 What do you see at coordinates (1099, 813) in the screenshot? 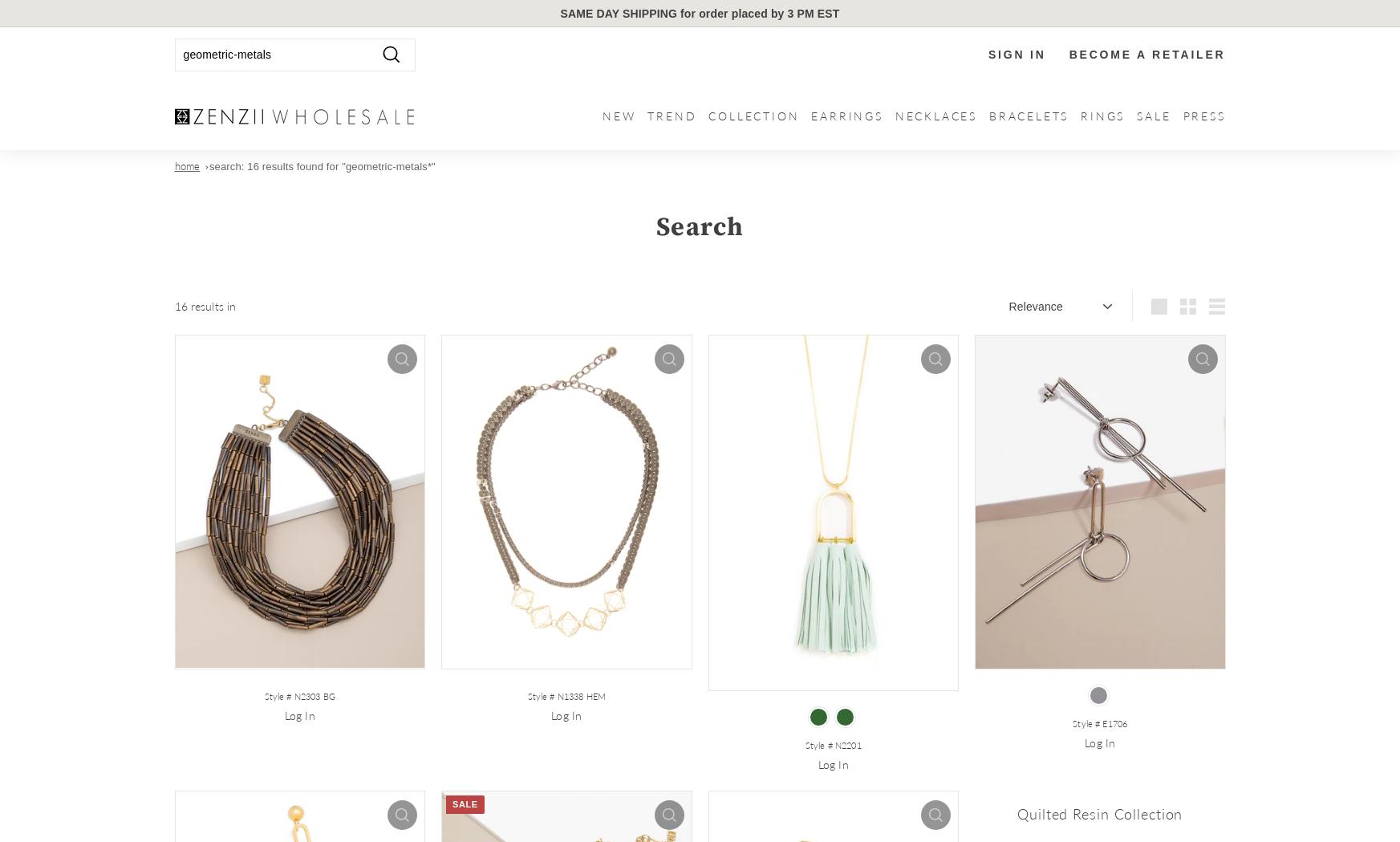
I see `'Quilted Resin Collection'` at bounding box center [1099, 813].